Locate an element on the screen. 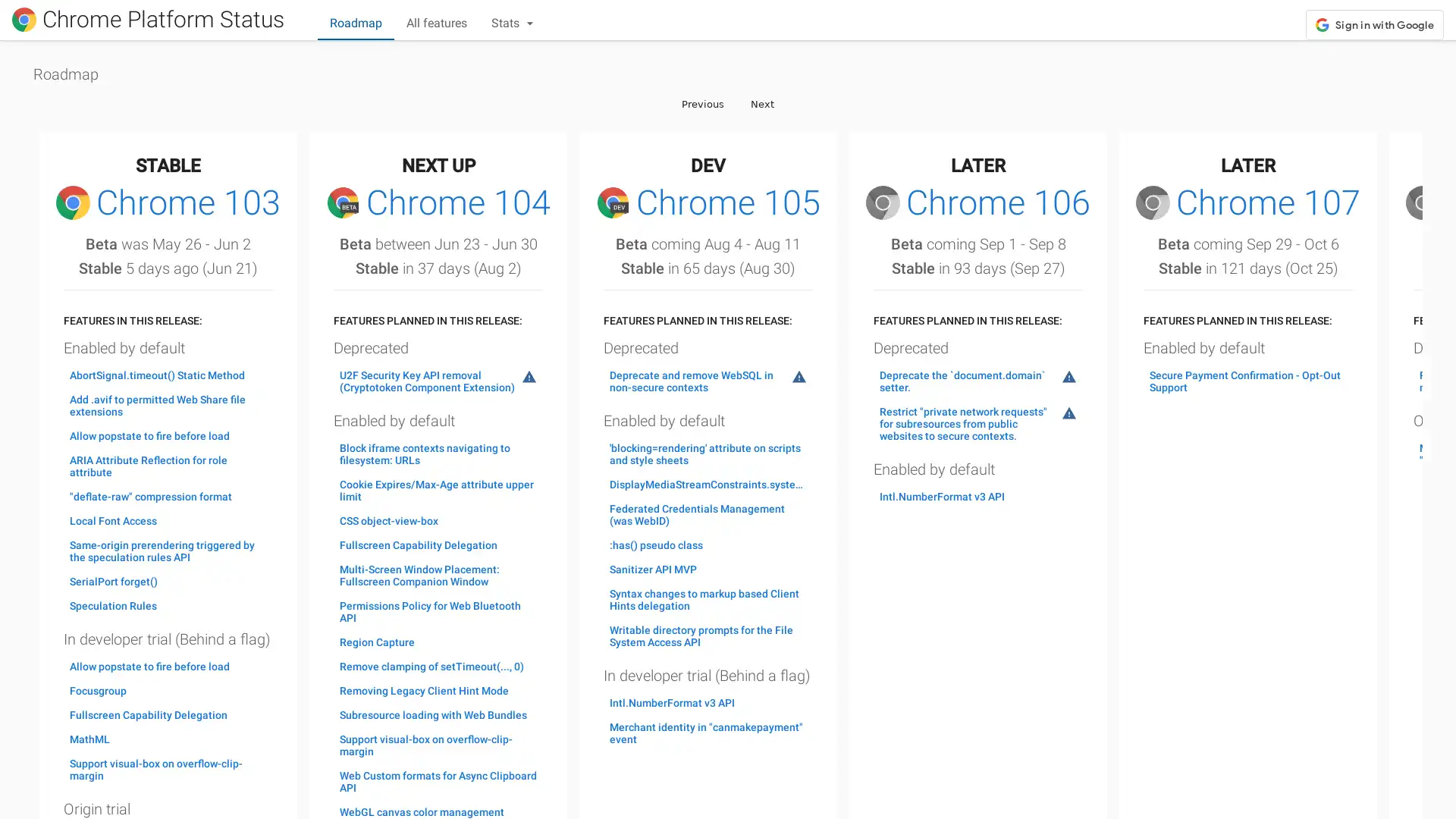 The width and height of the screenshot is (1456, 819). Button to move to later release is located at coordinates (762, 102).